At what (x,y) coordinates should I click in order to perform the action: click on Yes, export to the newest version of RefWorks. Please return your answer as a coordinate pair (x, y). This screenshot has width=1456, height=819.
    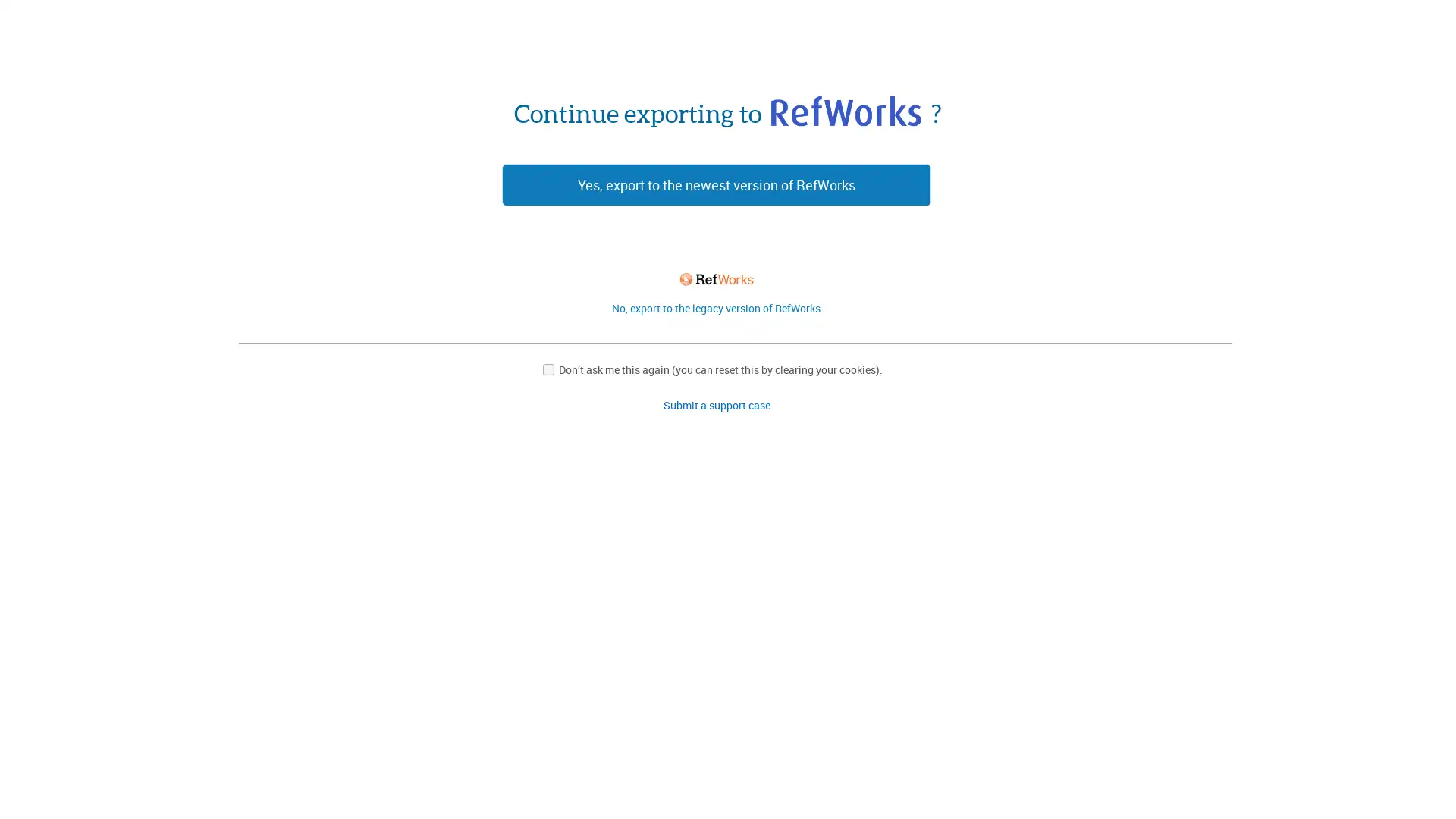
    Looking at the image, I should click on (715, 184).